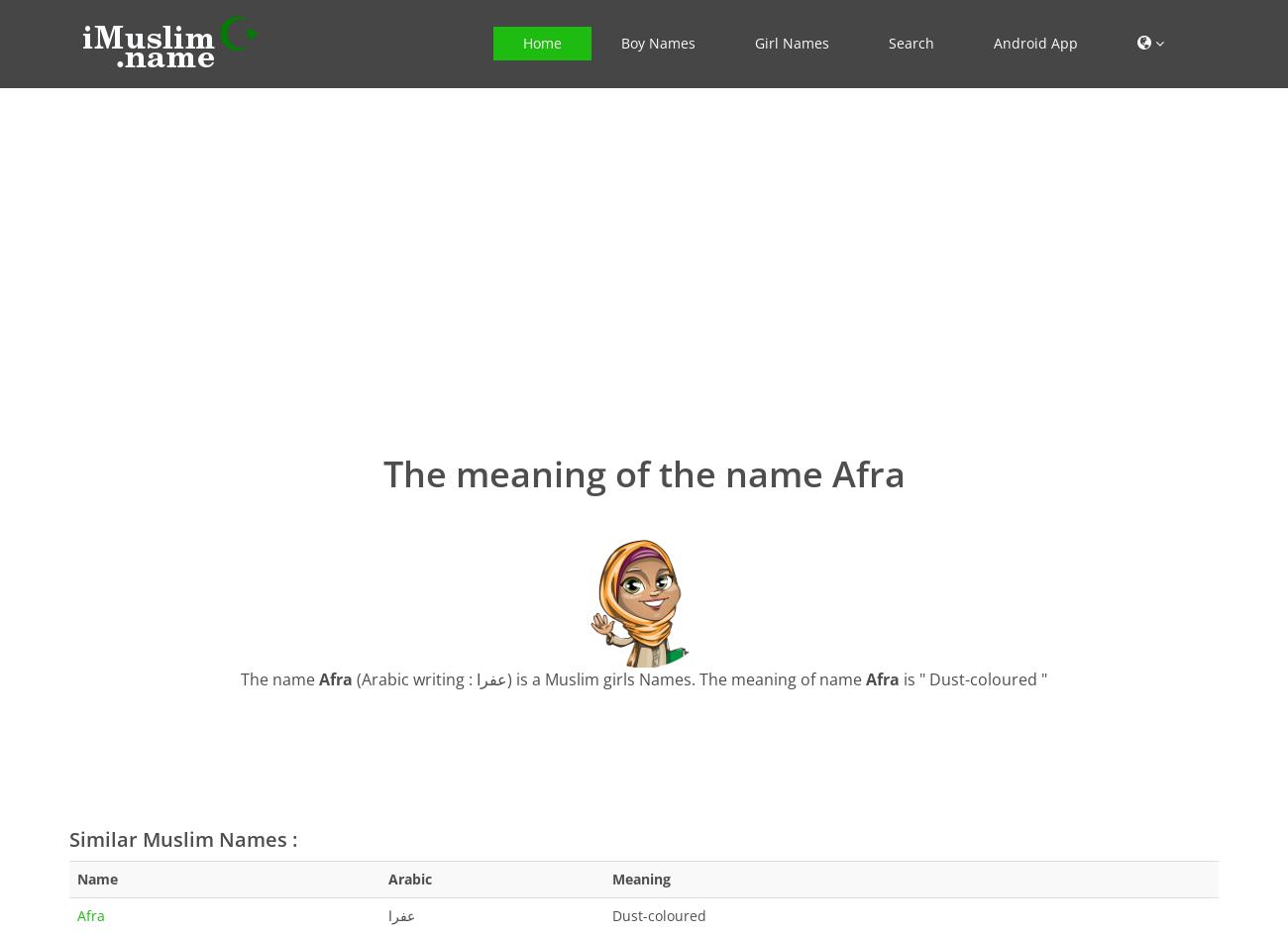 The image size is (1288, 934). I want to click on 'Android App', so click(1035, 43).